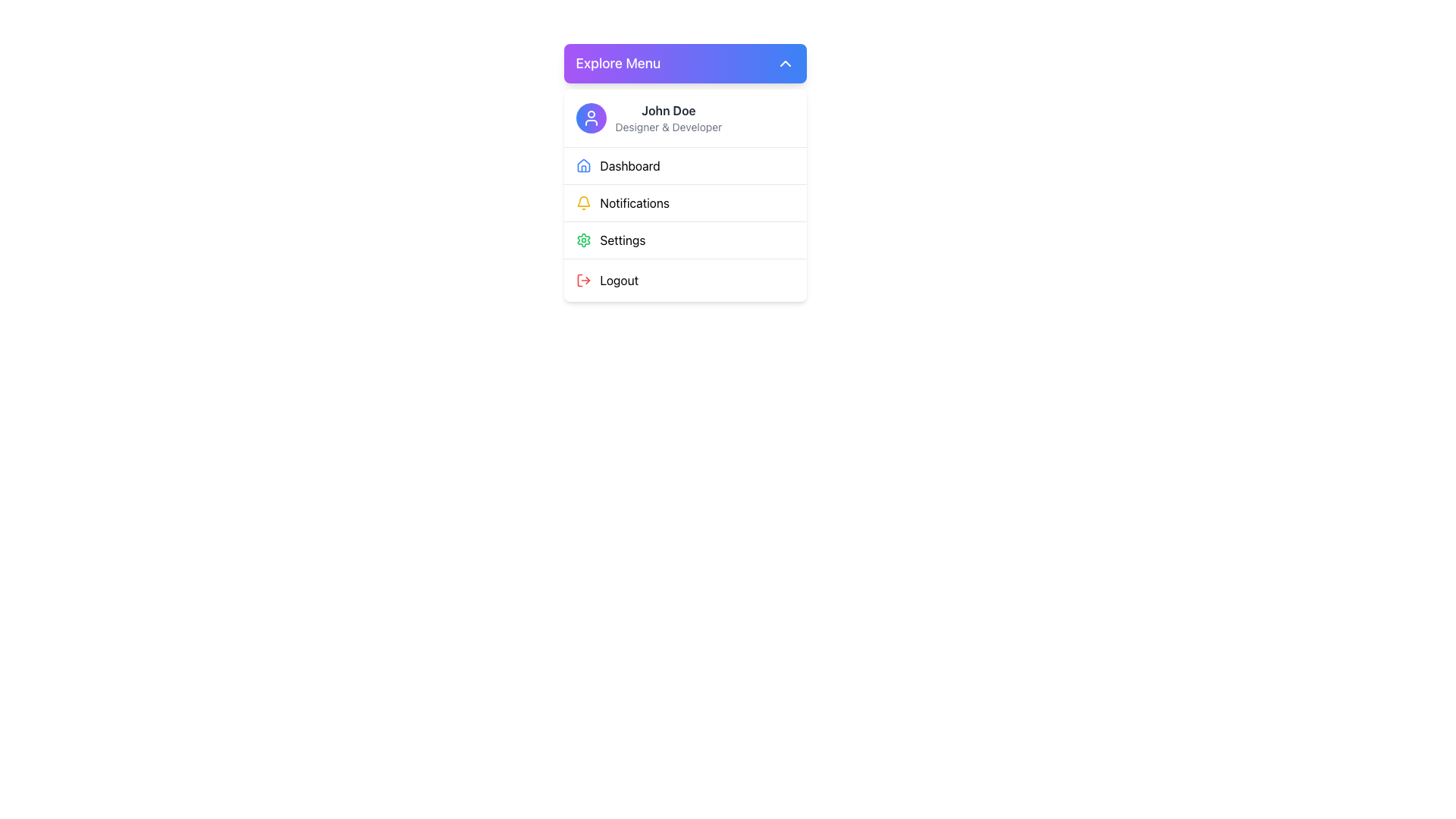  I want to click on the Text block representing the currently logged-in user's name and role, located centrally in the sidebar under the 'Explore Menu' header, so click(667, 117).